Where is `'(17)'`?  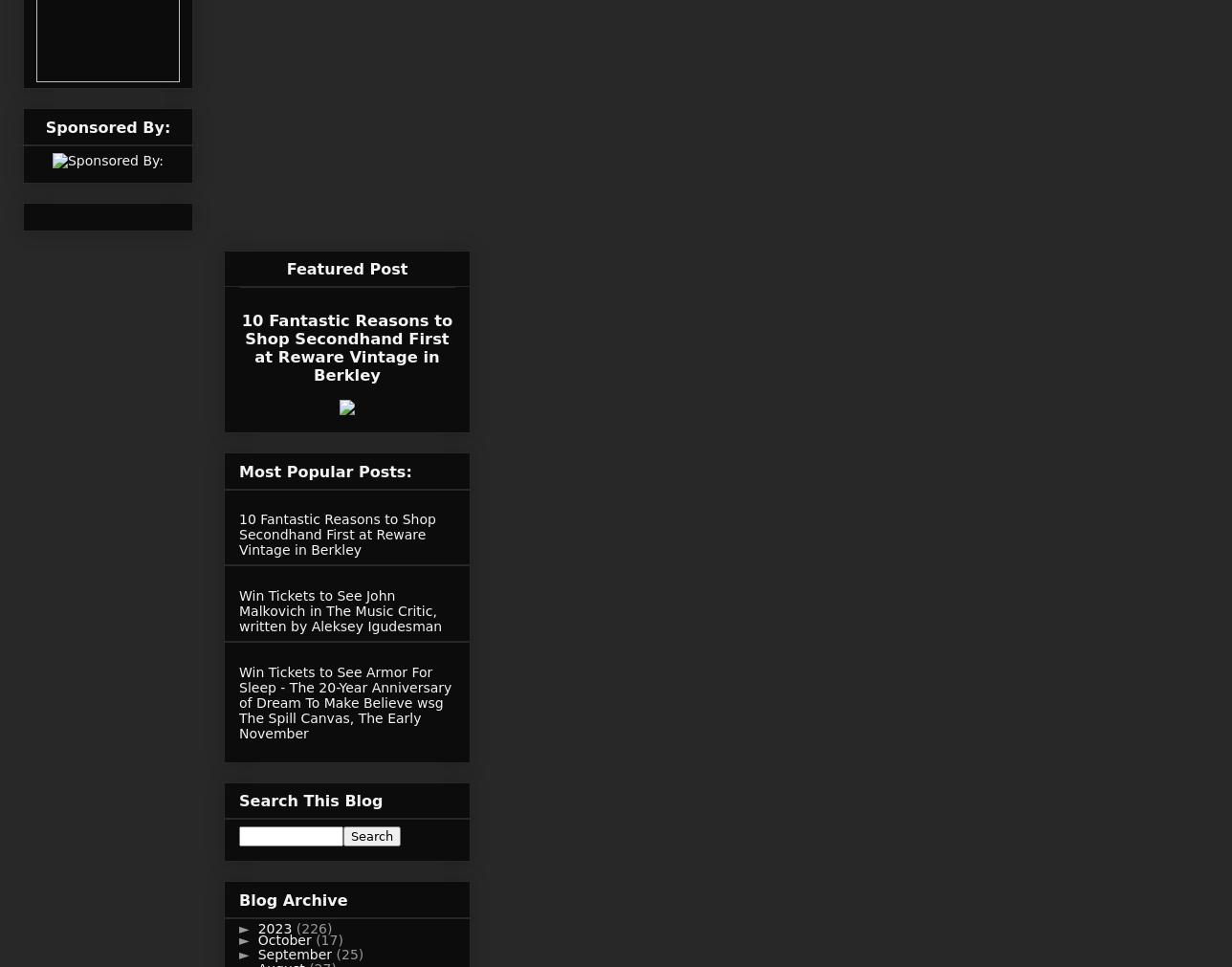 '(17)' is located at coordinates (329, 938).